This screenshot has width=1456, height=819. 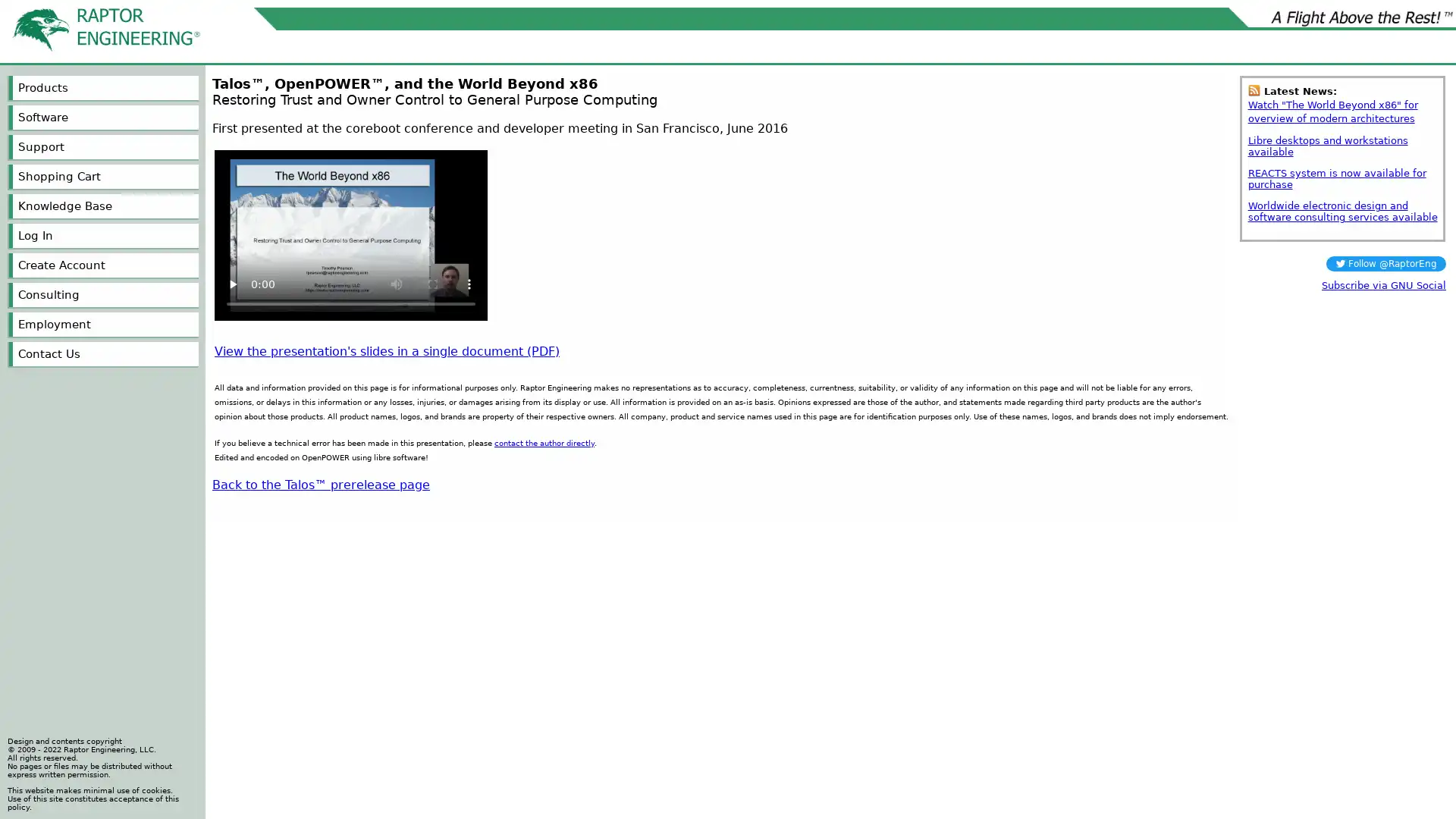 What do you see at coordinates (469, 284) in the screenshot?
I see `show more media controls` at bounding box center [469, 284].